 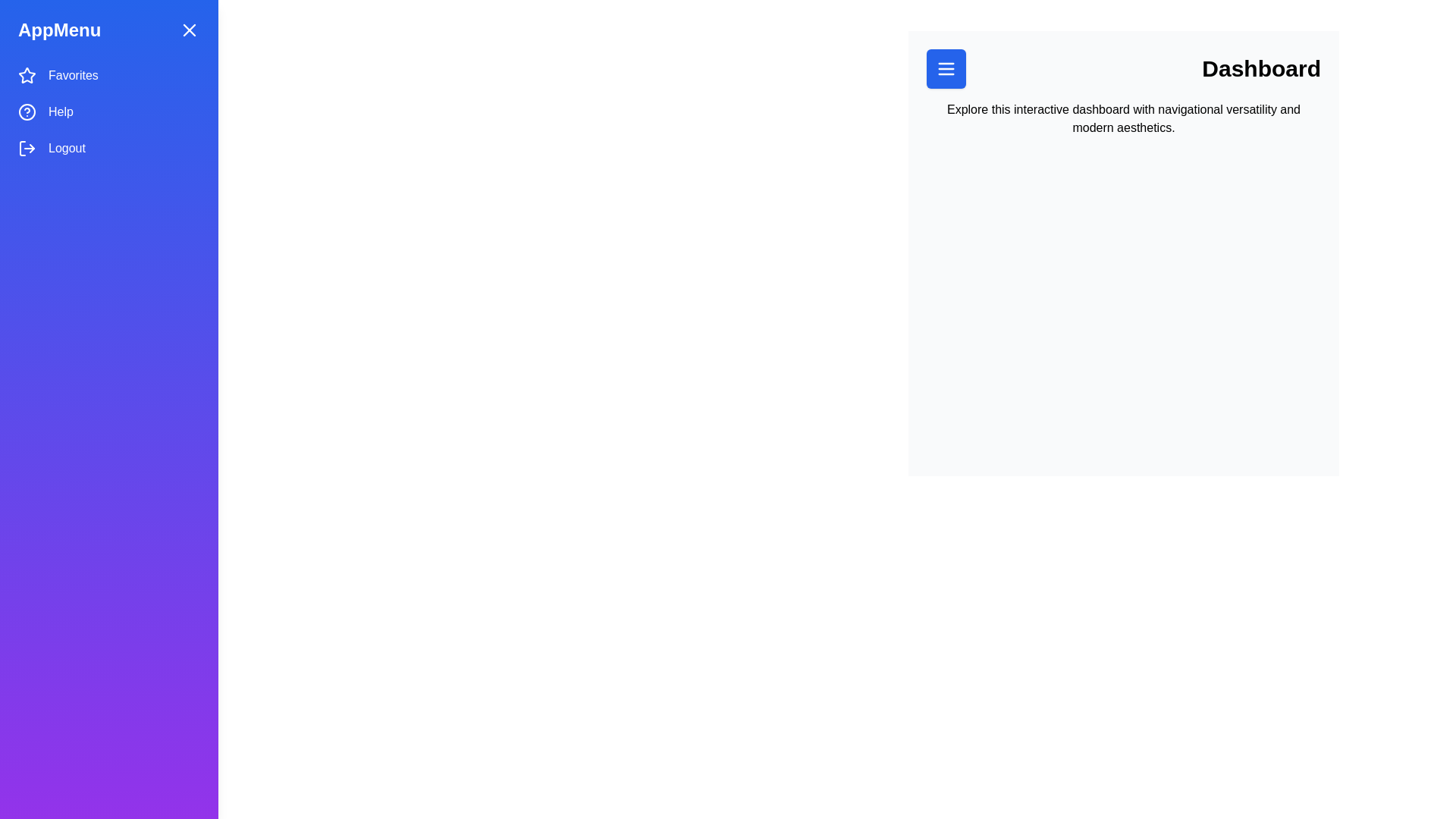 I want to click on the middle item in the vertical navigation menu that provides access to help or support, located between 'Favorites' and 'Logout', so click(x=108, y=111).